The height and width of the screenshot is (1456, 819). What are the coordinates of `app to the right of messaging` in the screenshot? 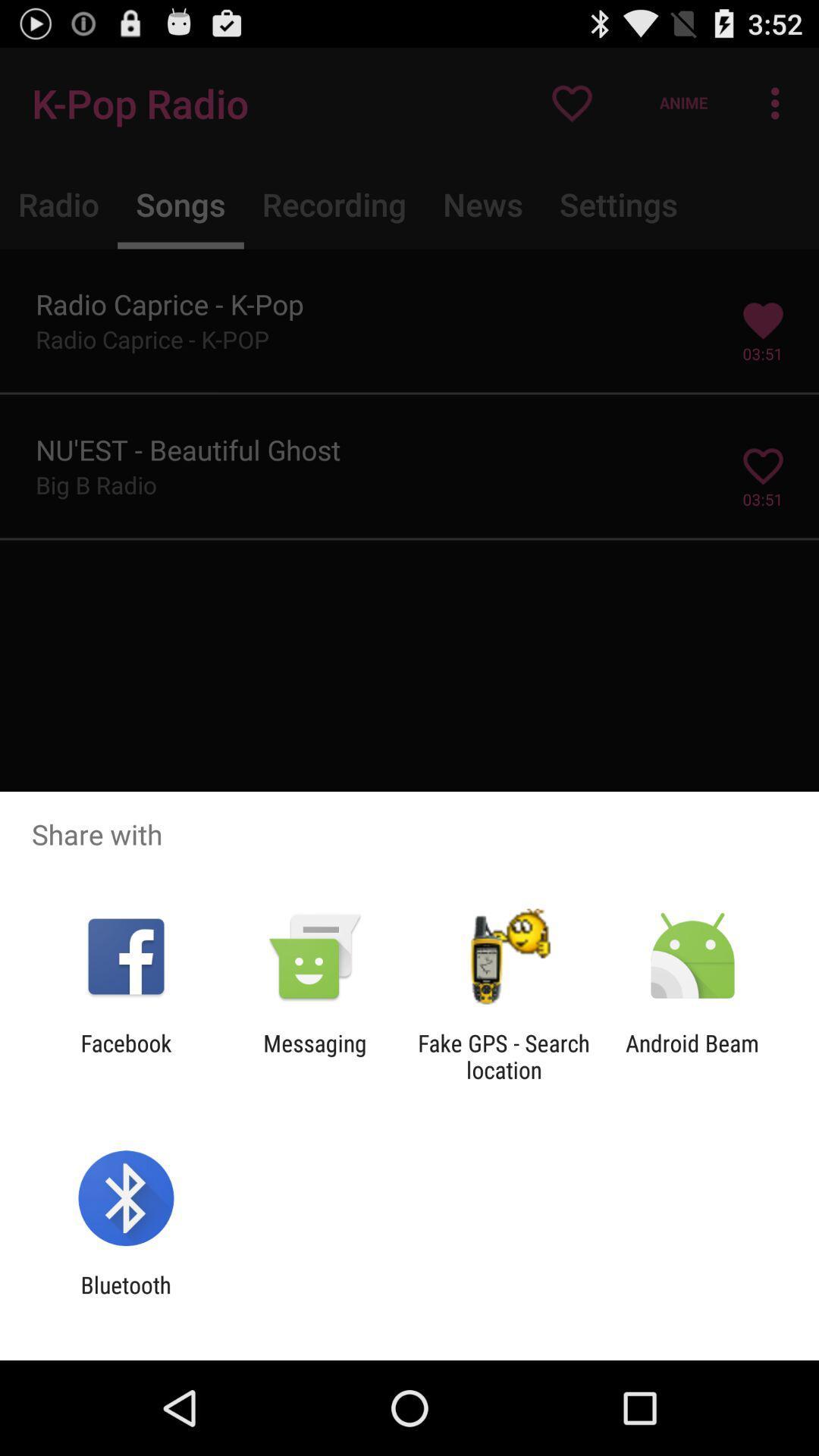 It's located at (504, 1056).